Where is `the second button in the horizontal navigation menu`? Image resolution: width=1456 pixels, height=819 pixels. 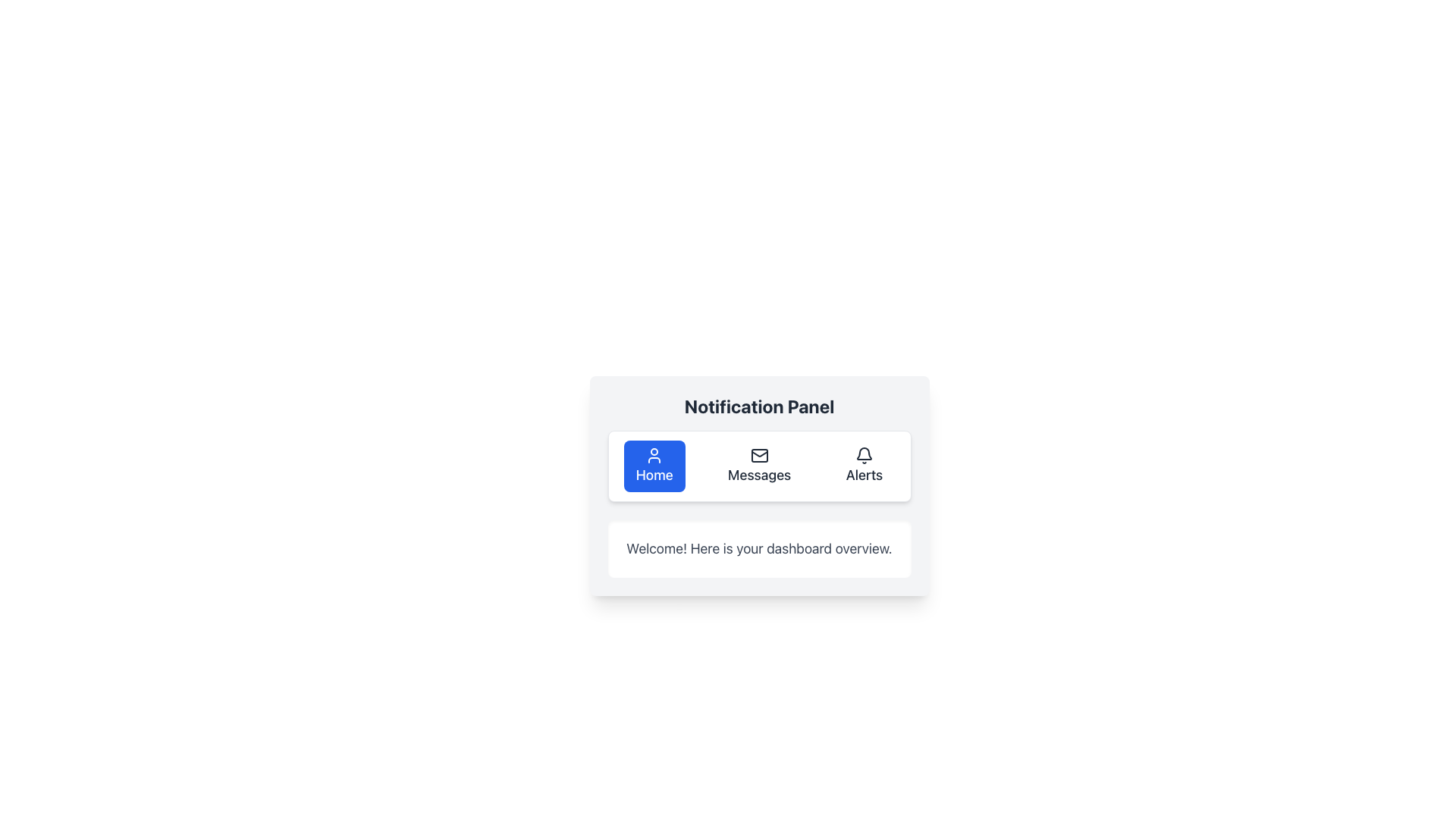
the second button in the horizontal navigation menu is located at coordinates (759, 465).